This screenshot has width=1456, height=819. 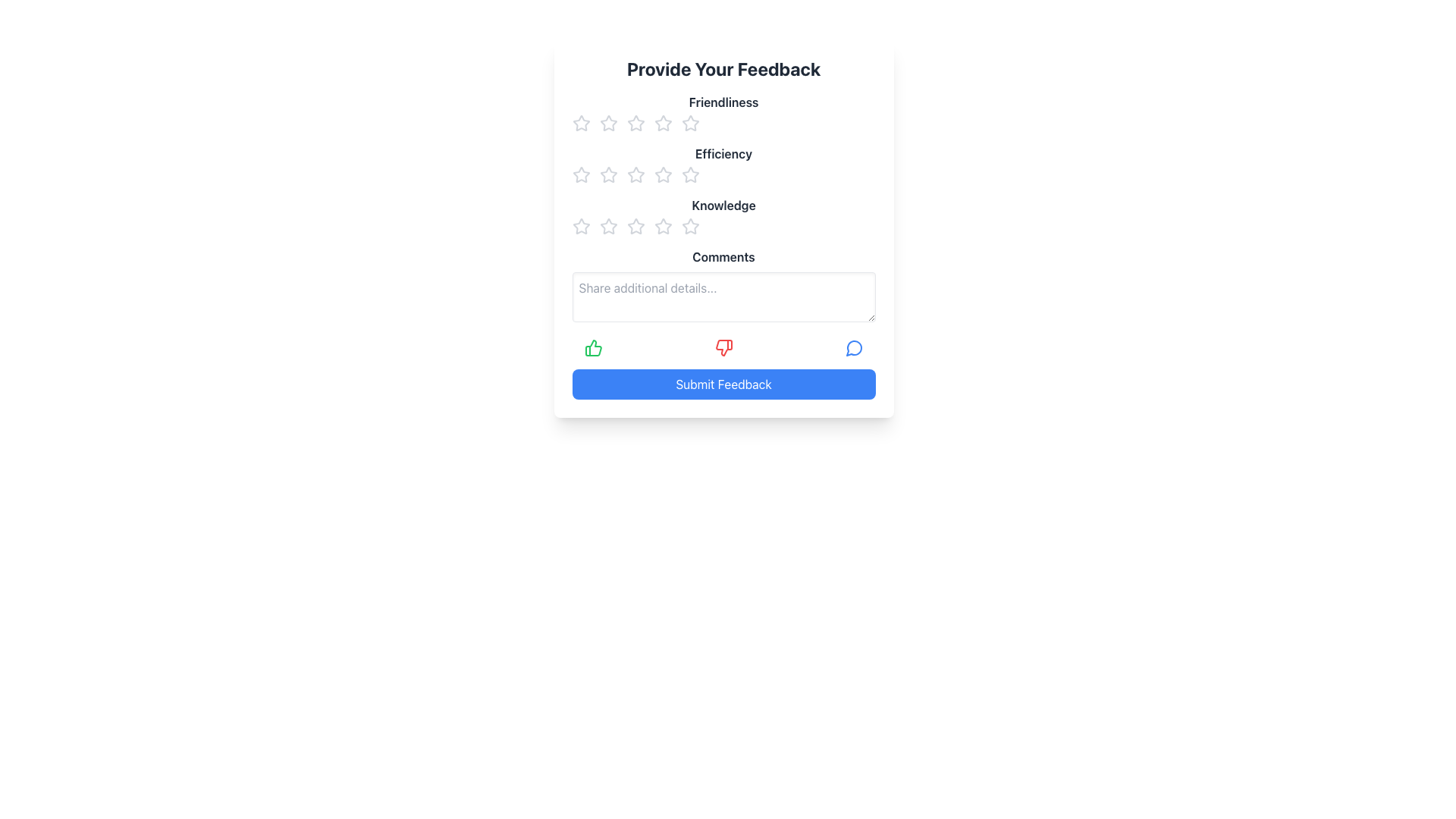 I want to click on the negative feedback icon, which is the second interactive icon in a horizontal row of feedback options, to register negative feedback, so click(x=723, y=348).